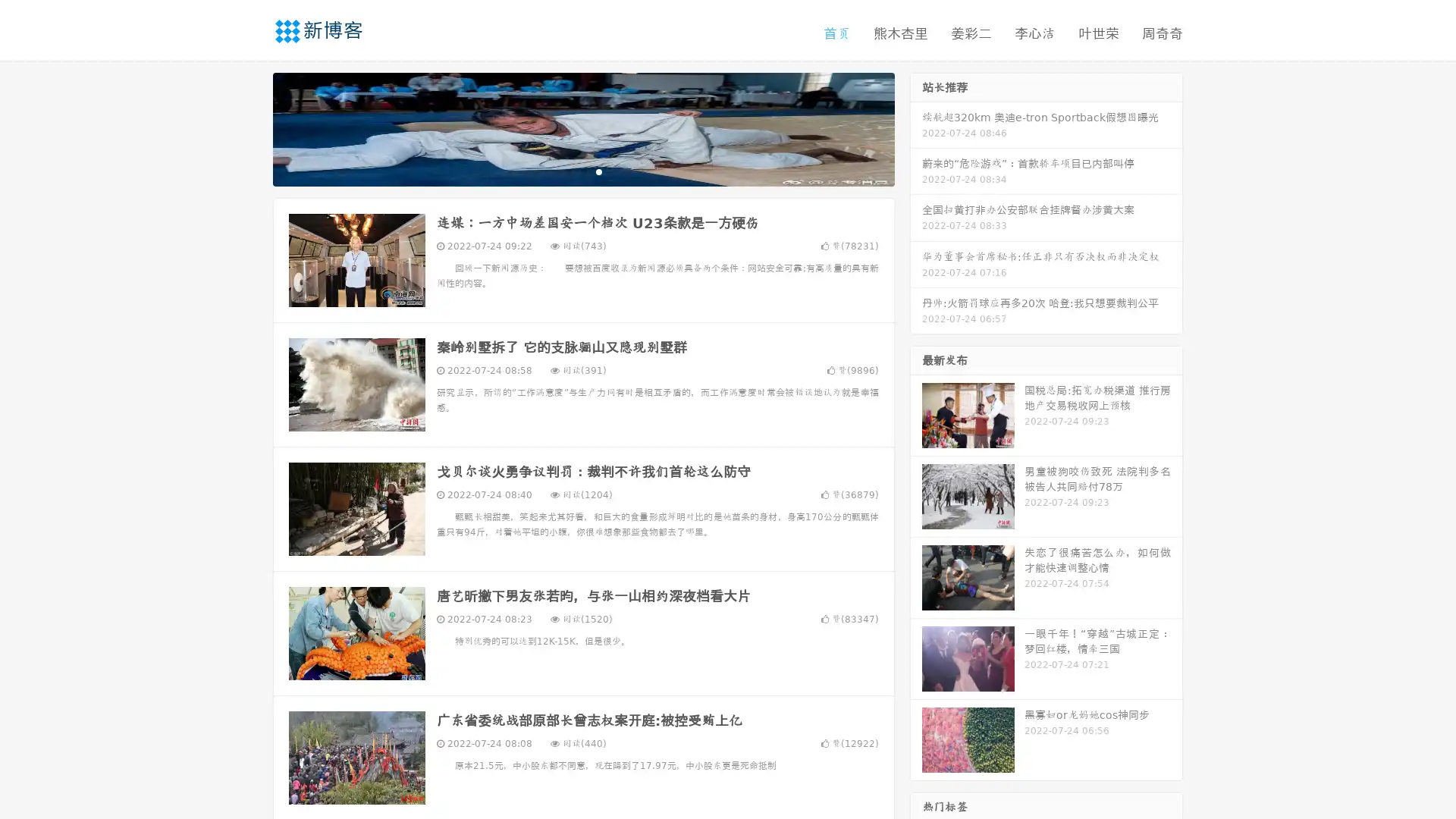 The width and height of the screenshot is (1456, 819). Describe the element at coordinates (250, 127) in the screenshot. I see `Previous slide` at that location.